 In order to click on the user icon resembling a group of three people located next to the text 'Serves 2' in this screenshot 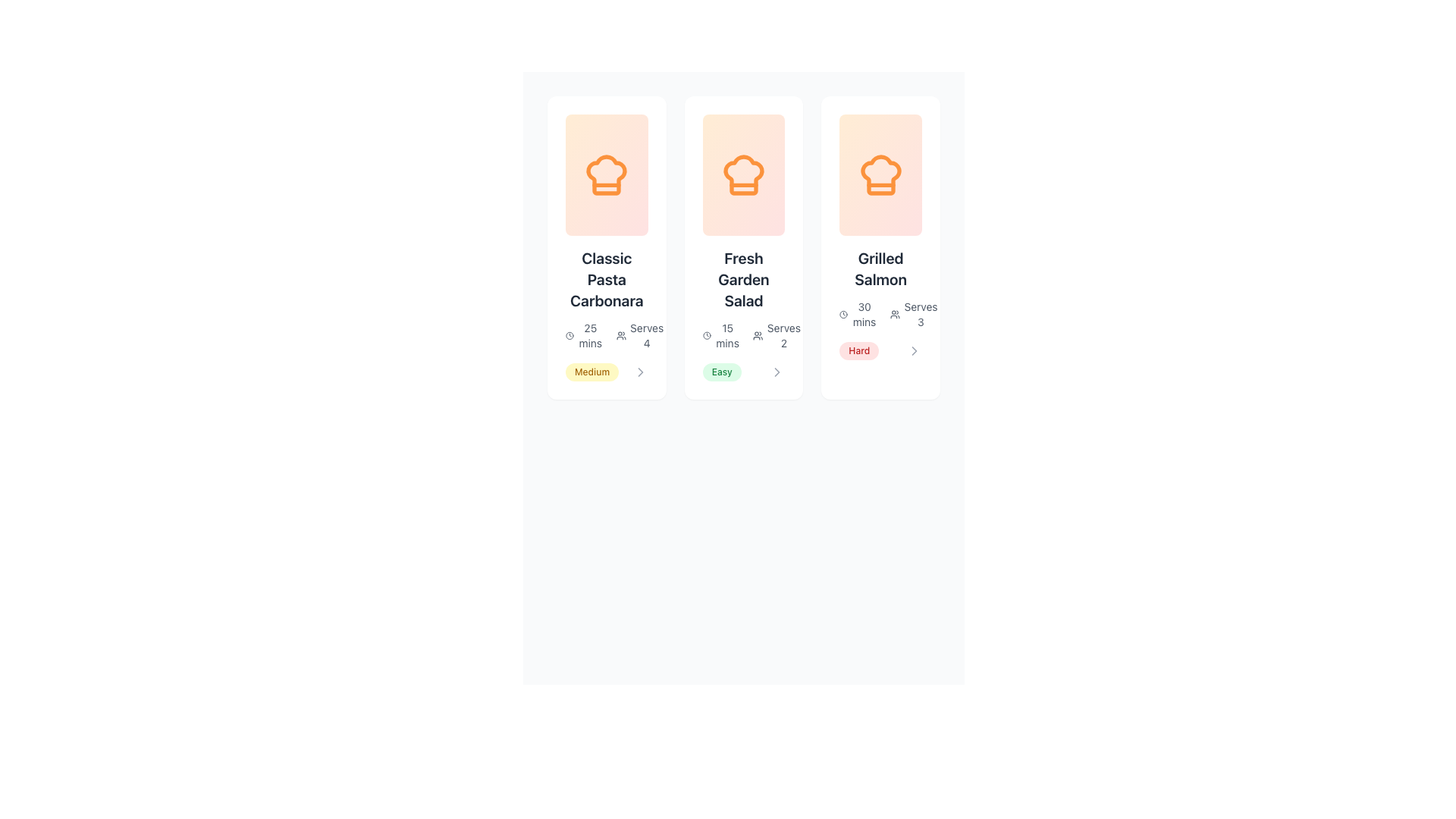, I will do `click(758, 335)`.